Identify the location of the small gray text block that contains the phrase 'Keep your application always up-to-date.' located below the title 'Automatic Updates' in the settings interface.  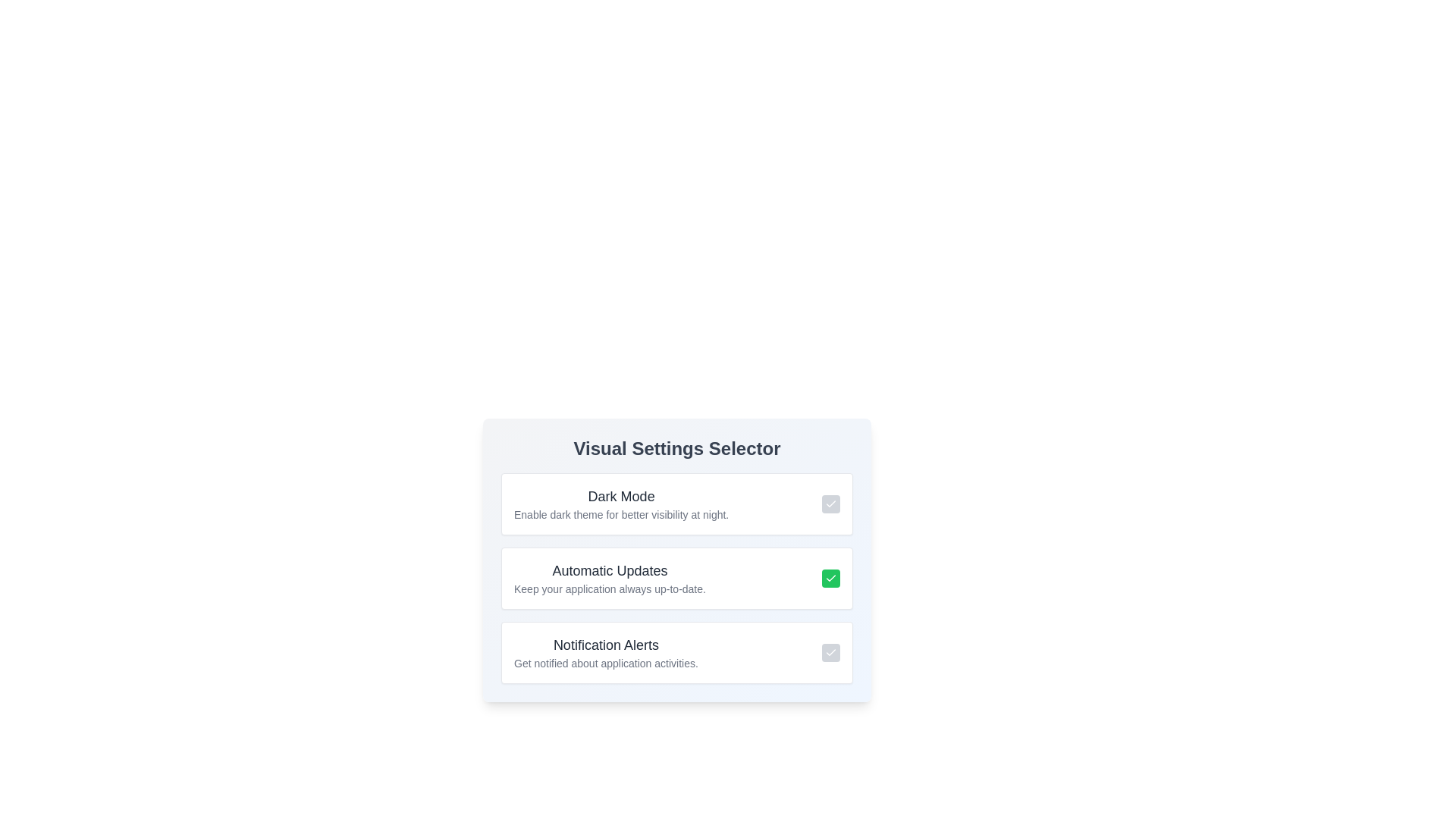
(610, 588).